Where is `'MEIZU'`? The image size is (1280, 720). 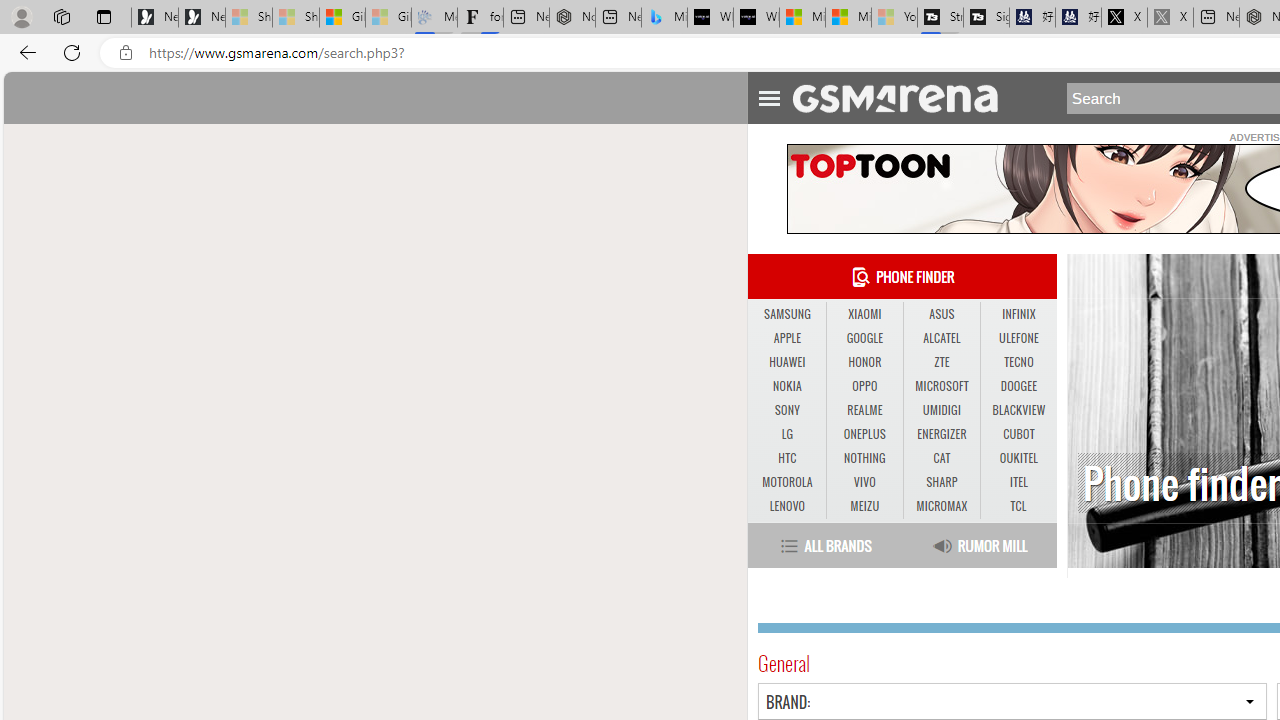 'MEIZU' is located at coordinates (864, 505).